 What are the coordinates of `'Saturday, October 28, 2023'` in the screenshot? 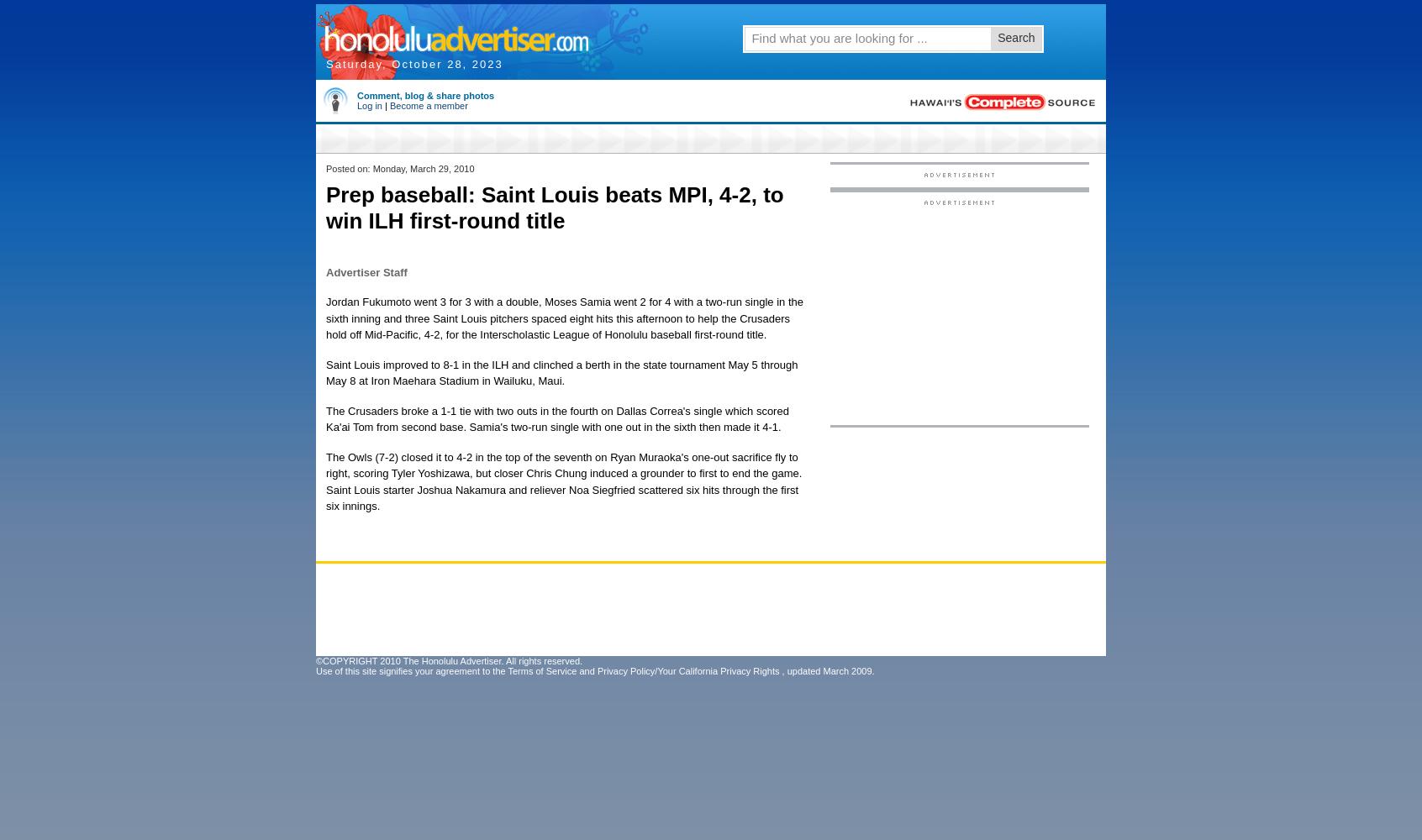 It's located at (325, 63).